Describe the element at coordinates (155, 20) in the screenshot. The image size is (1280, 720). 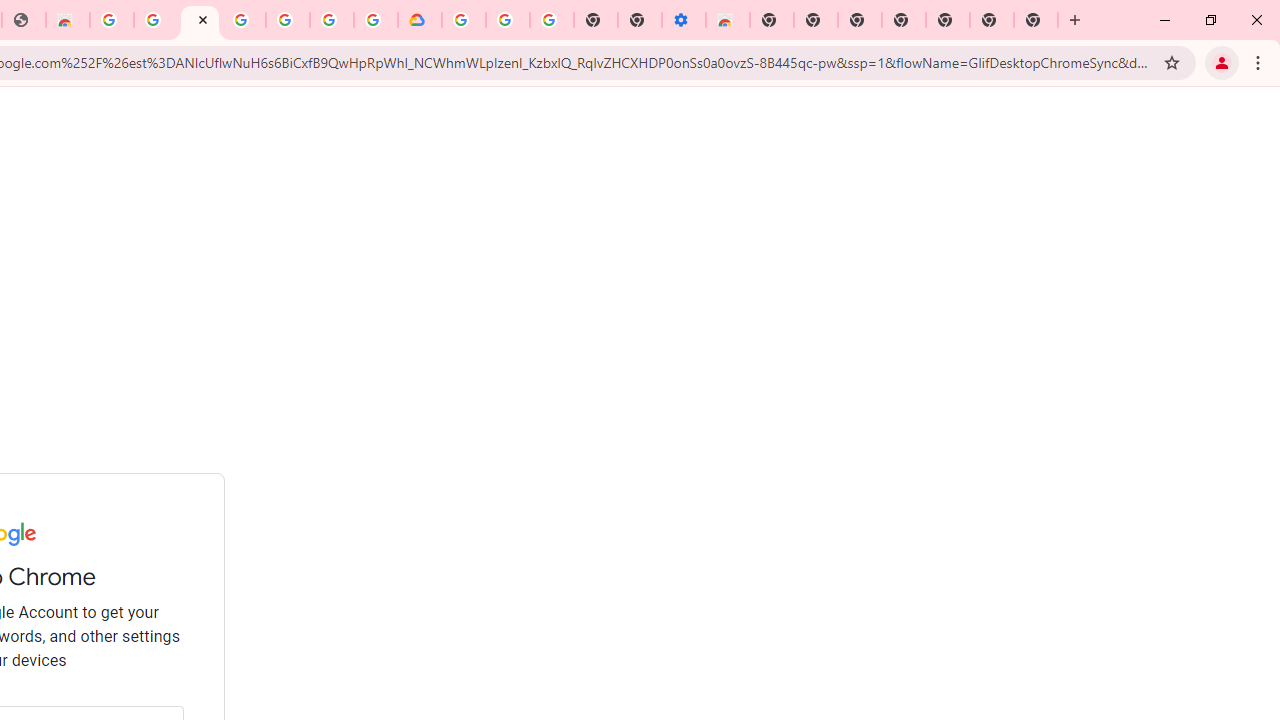
I see `'Ad Settings'` at that location.